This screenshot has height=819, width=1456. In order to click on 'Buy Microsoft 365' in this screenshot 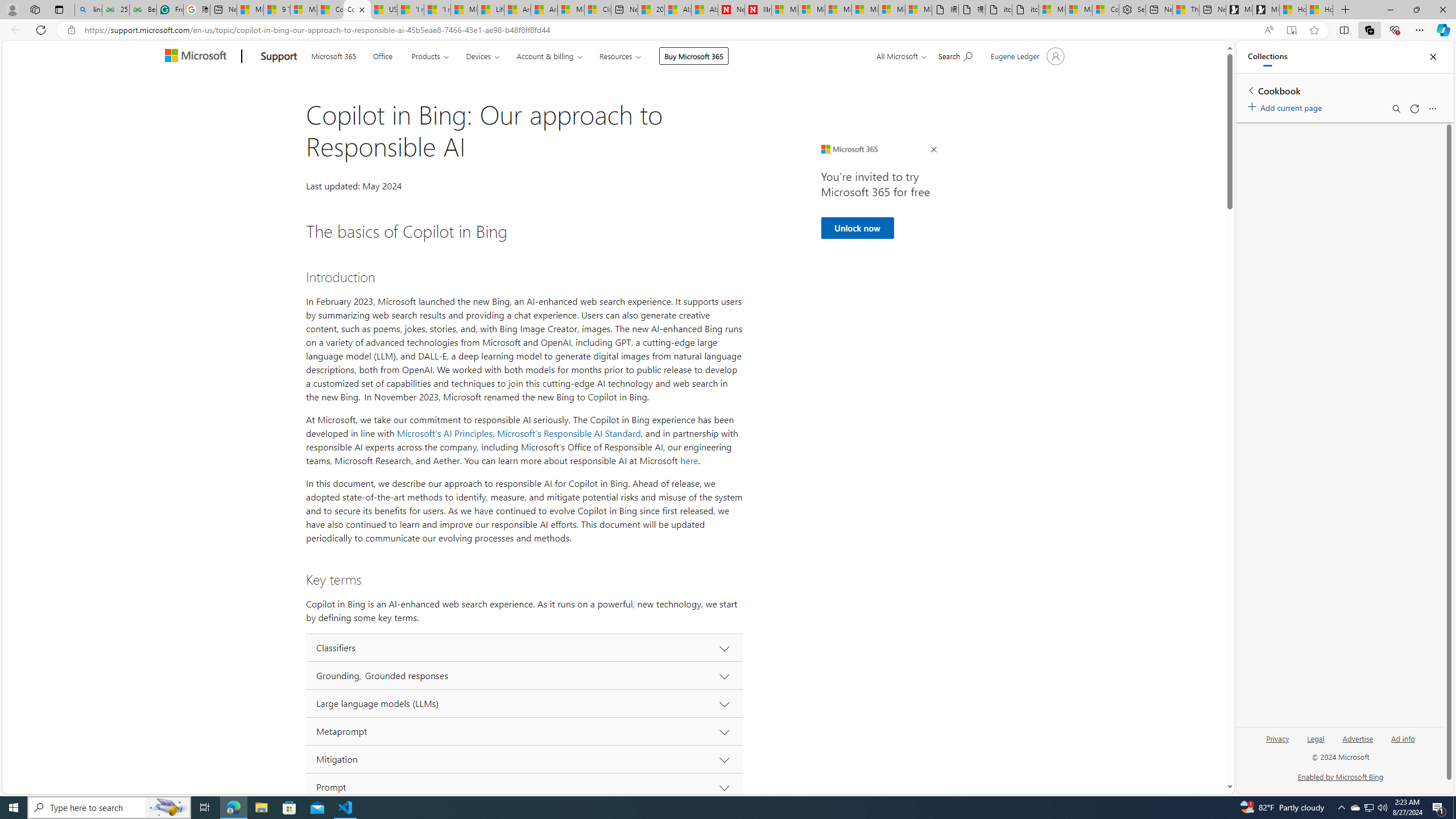, I will do `click(693, 55)`.